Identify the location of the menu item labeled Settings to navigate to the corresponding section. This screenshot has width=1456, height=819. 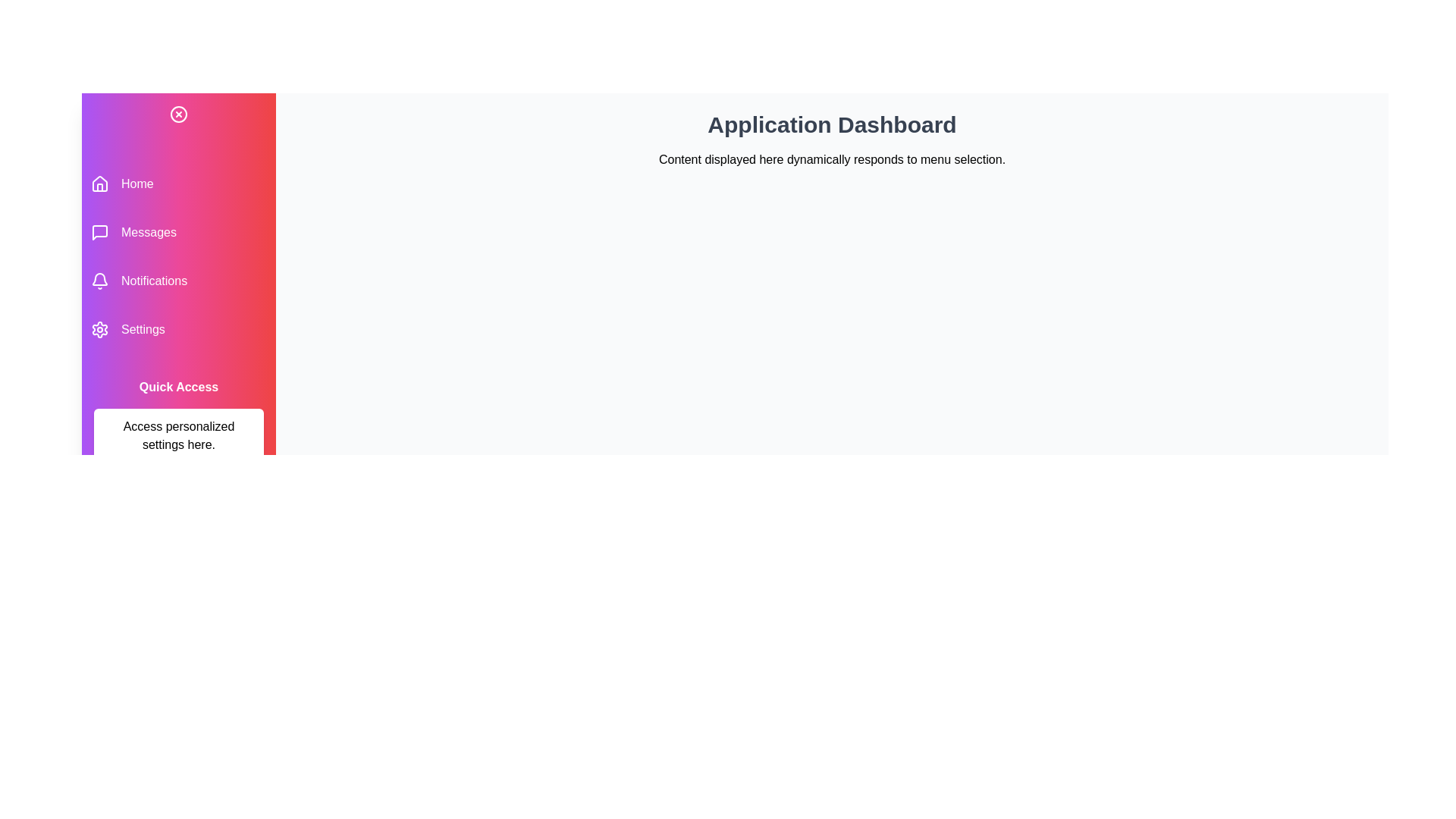
(178, 329).